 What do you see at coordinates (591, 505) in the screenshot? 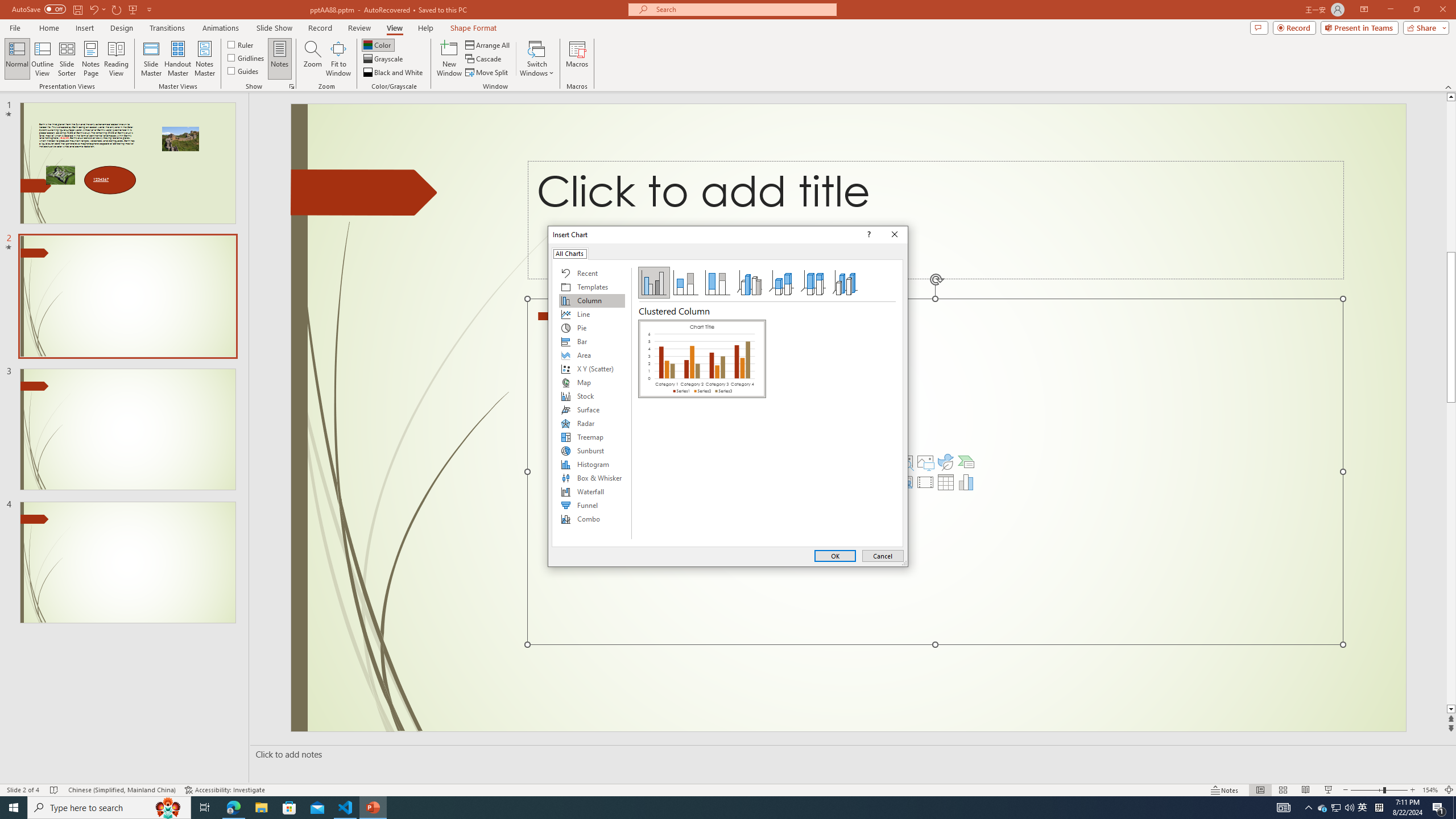
I see `'Funnel'` at bounding box center [591, 505].